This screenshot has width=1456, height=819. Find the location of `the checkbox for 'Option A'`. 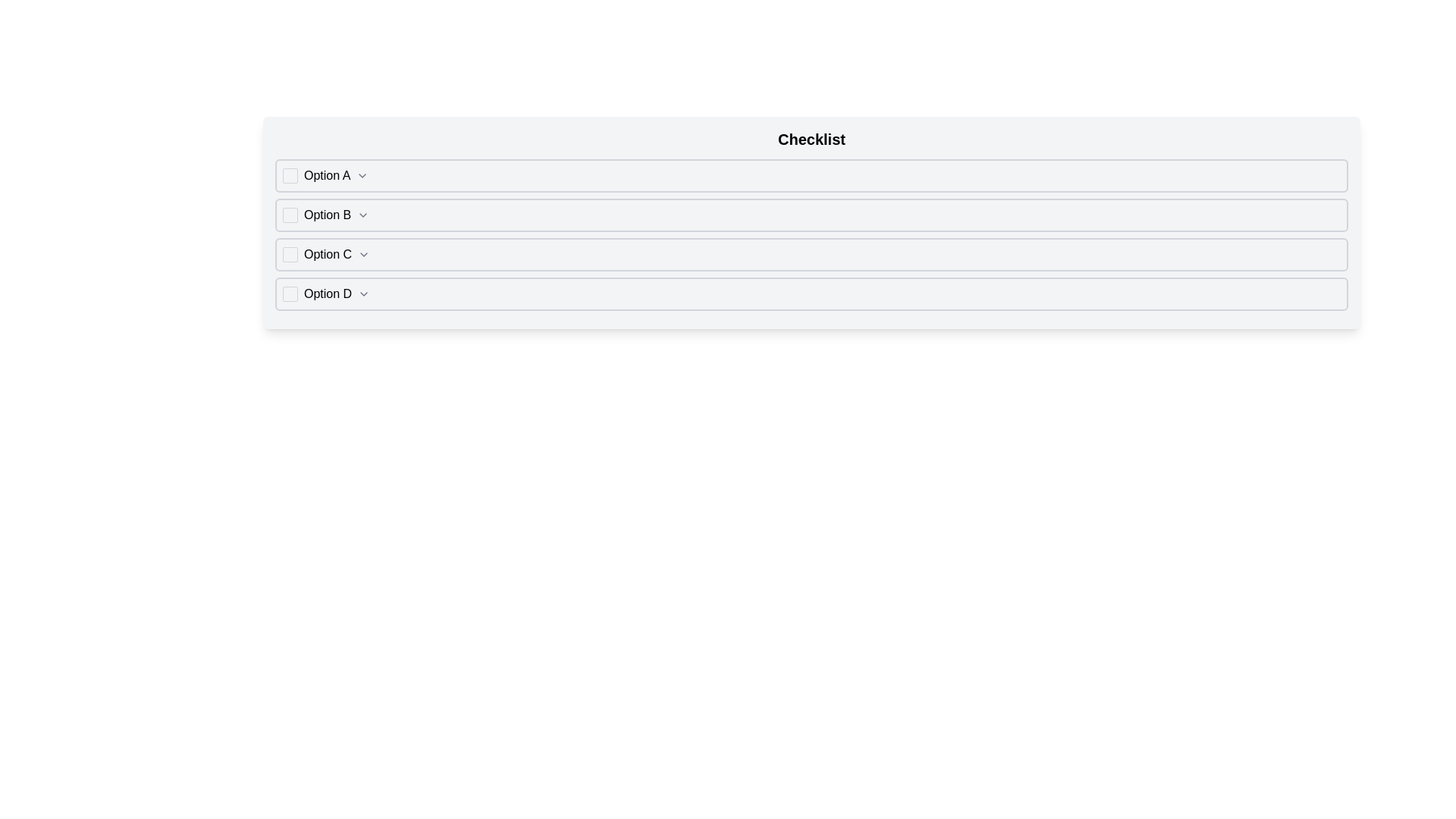

the checkbox for 'Option A' is located at coordinates (290, 174).